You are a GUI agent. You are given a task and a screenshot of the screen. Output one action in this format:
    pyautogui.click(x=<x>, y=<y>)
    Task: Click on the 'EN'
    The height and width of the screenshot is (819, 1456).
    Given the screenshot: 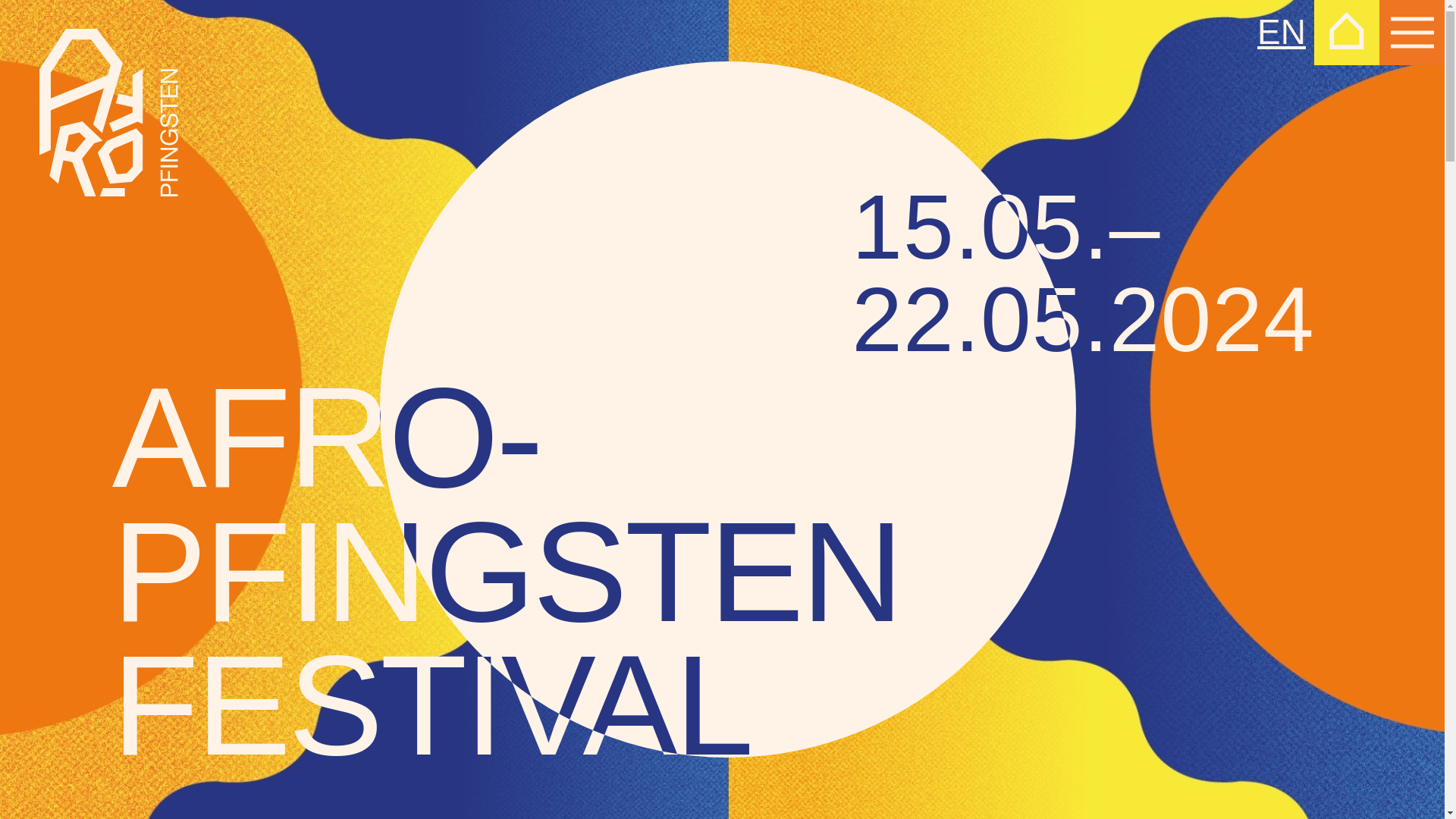 What is the action you would take?
    pyautogui.click(x=1257, y=32)
    